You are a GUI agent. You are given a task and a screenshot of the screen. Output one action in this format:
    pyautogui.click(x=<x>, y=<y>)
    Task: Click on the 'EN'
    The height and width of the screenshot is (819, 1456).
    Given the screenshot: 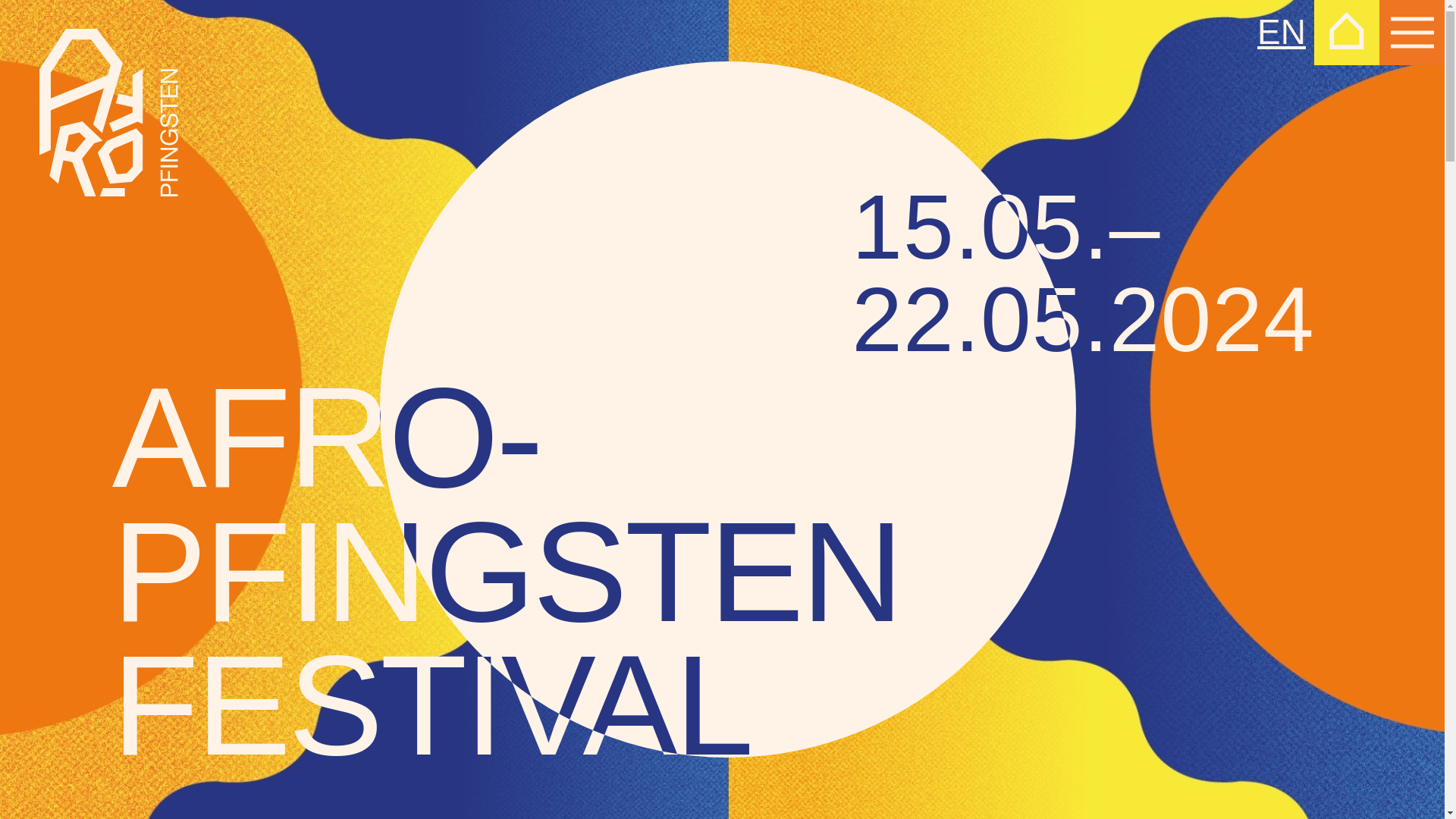 What is the action you would take?
    pyautogui.click(x=1257, y=32)
    